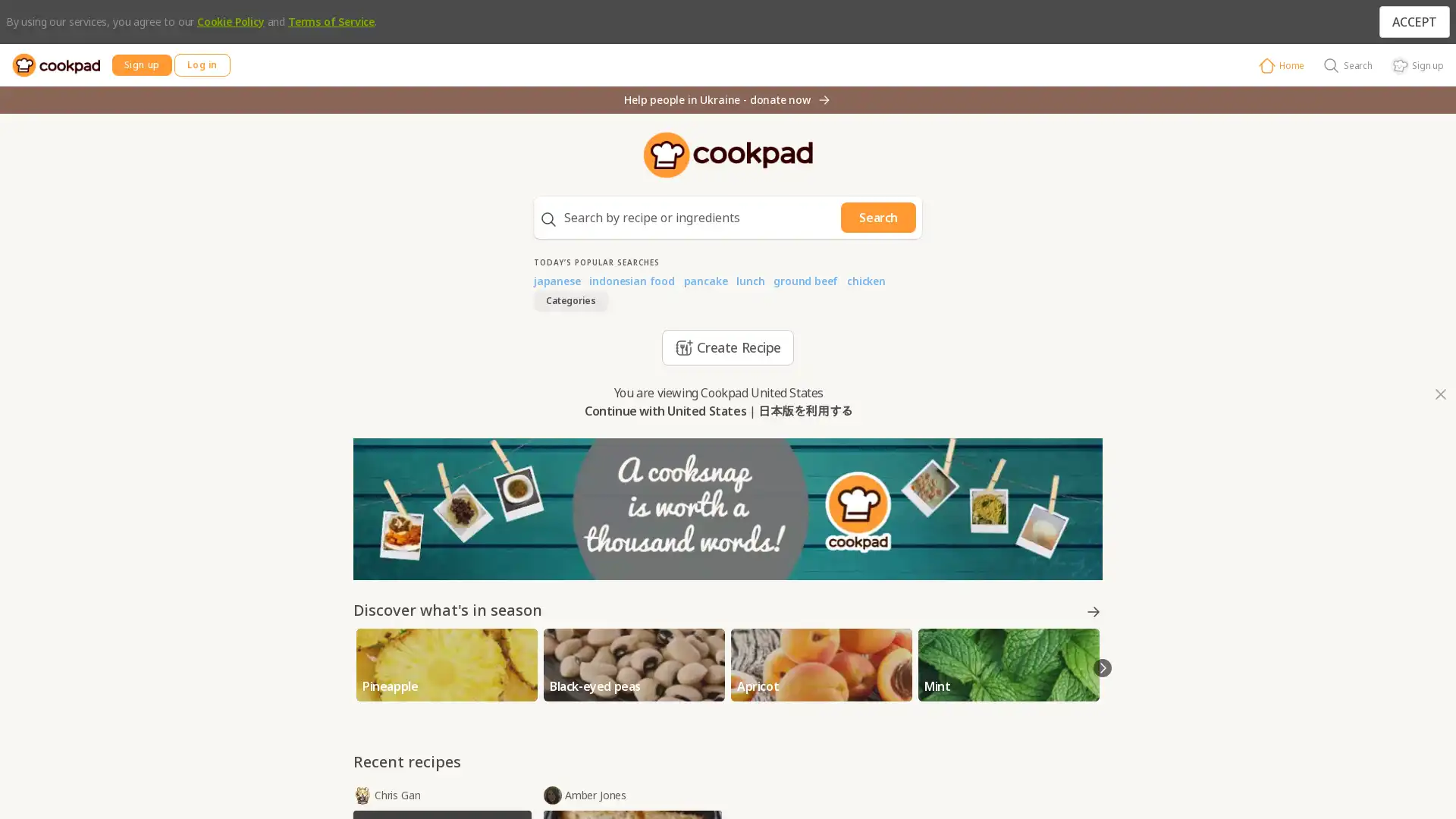 This screenshot has height=819, width=1456. What do you see at coordinates (720, 698) in the screenshot?
I see `Slide 1` at bounding box center [720, 698].